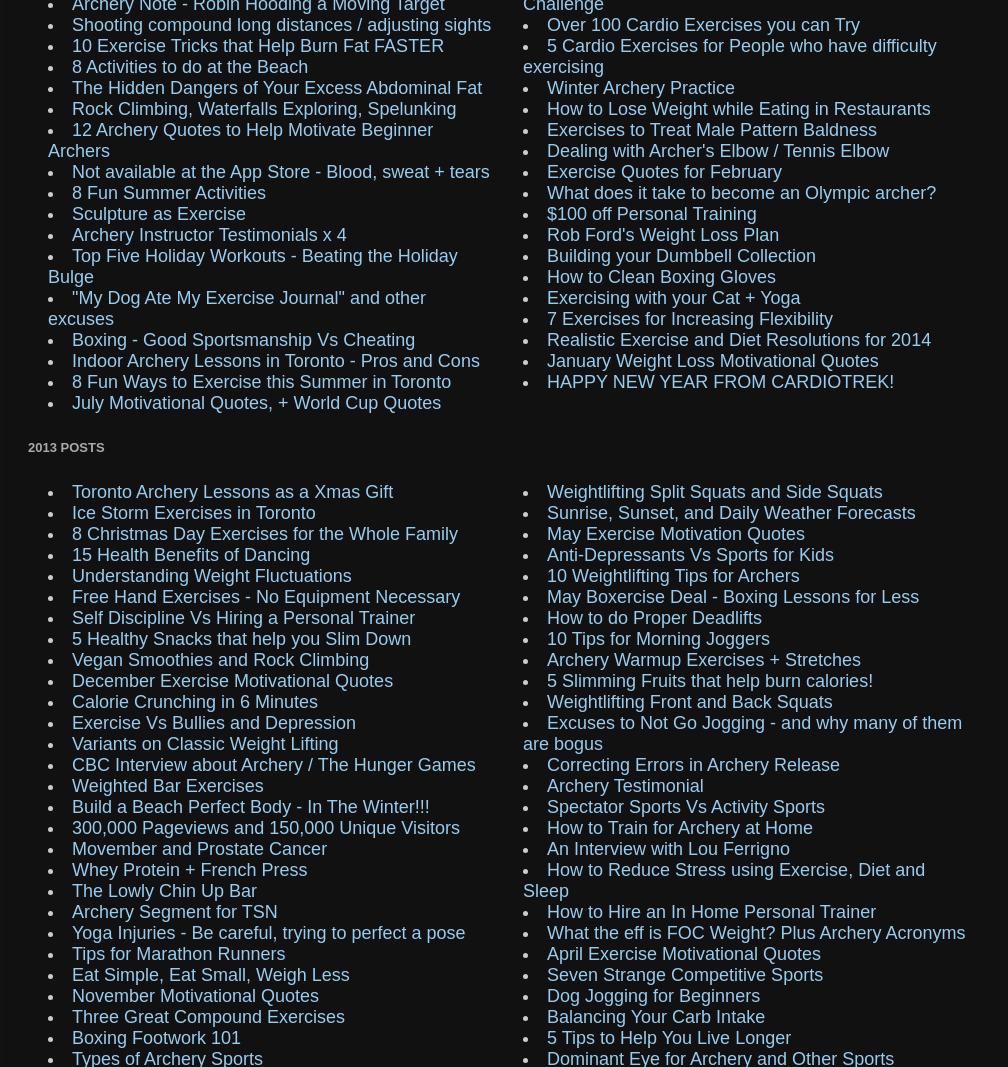 The height and width of the screenshot is (1067, 1008). I want to click on 'Boxing Footwork 101', so click(156, 1037).